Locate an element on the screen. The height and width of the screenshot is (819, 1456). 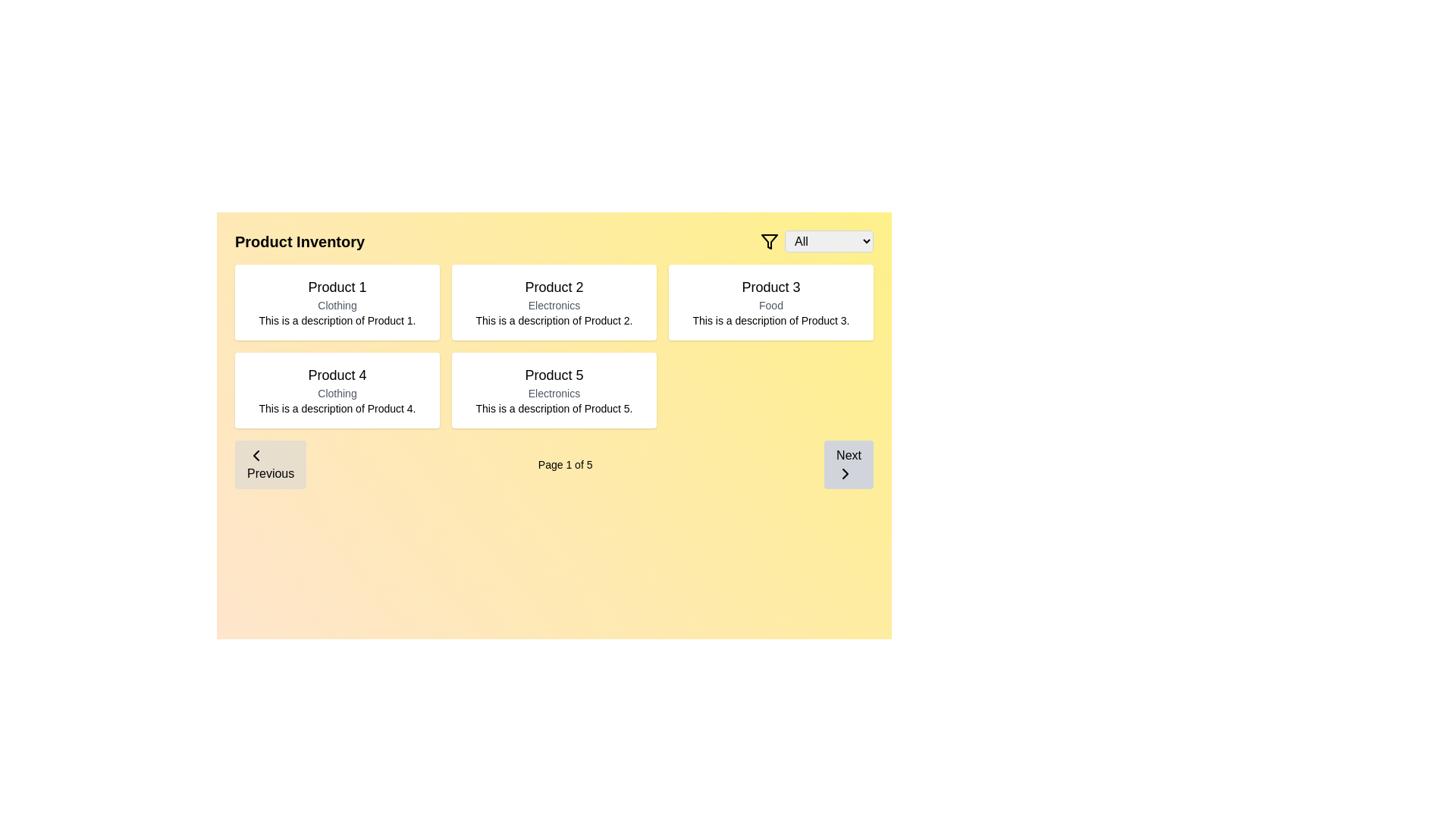
the title of 'Product 2' located at the top of its product card in the grid layout is located at coordinates (553, 287).